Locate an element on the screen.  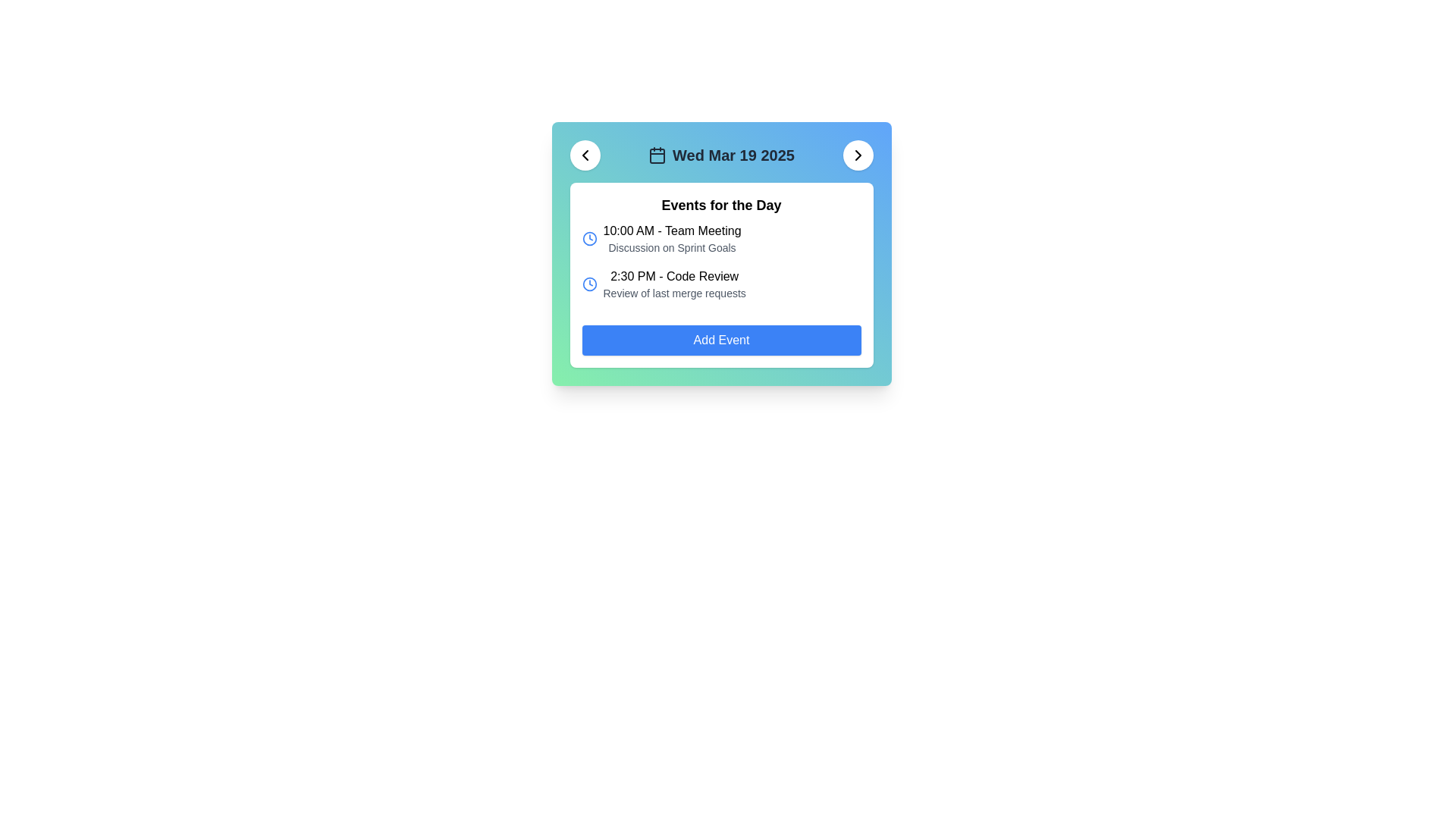
the clock icon that represents the '10:00 AM' event, aiding quick identification of the meeting time is located at coordinates (588, 239).